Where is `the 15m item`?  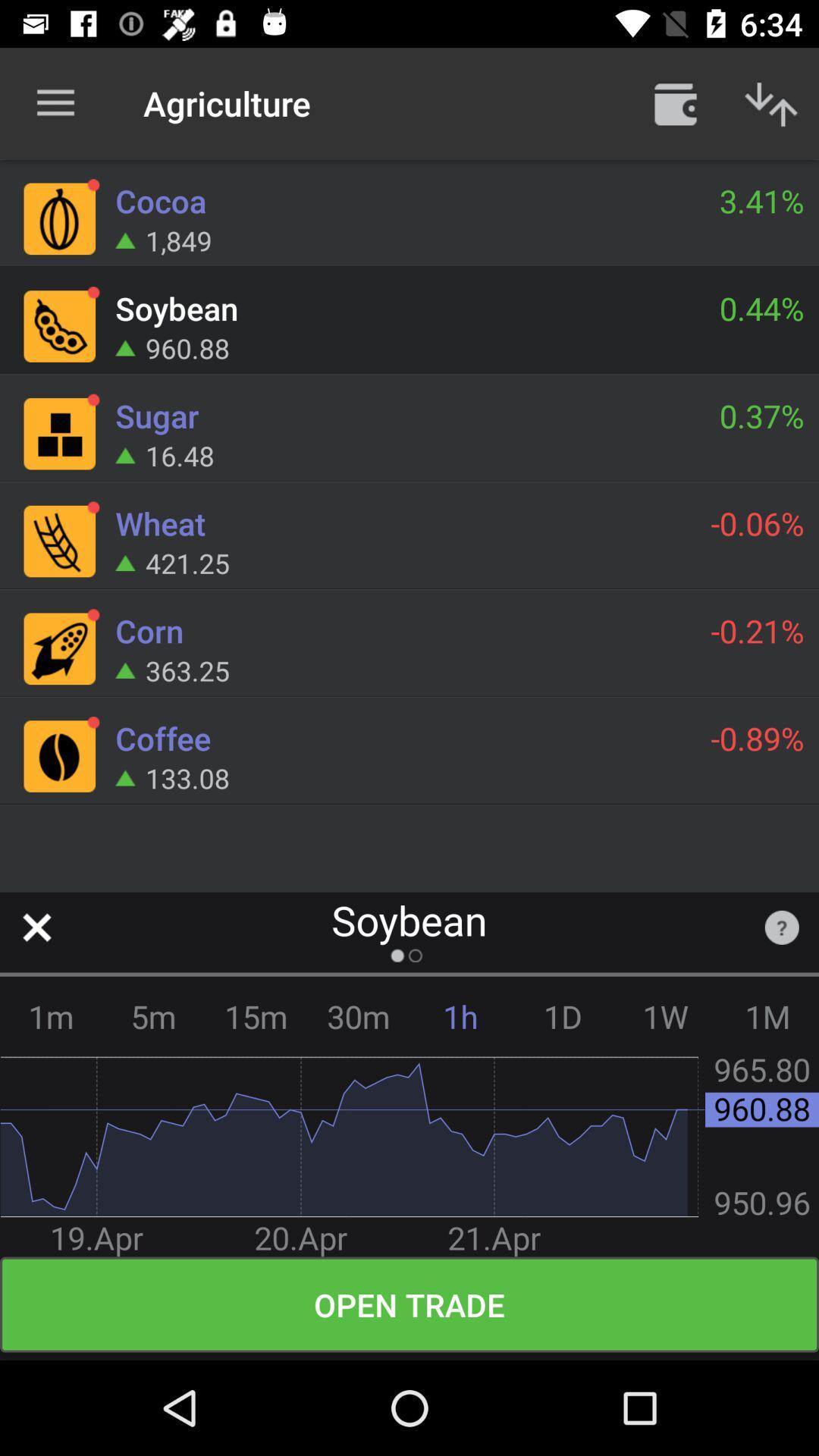 the 15m item is located at coordinates (255, 1016).